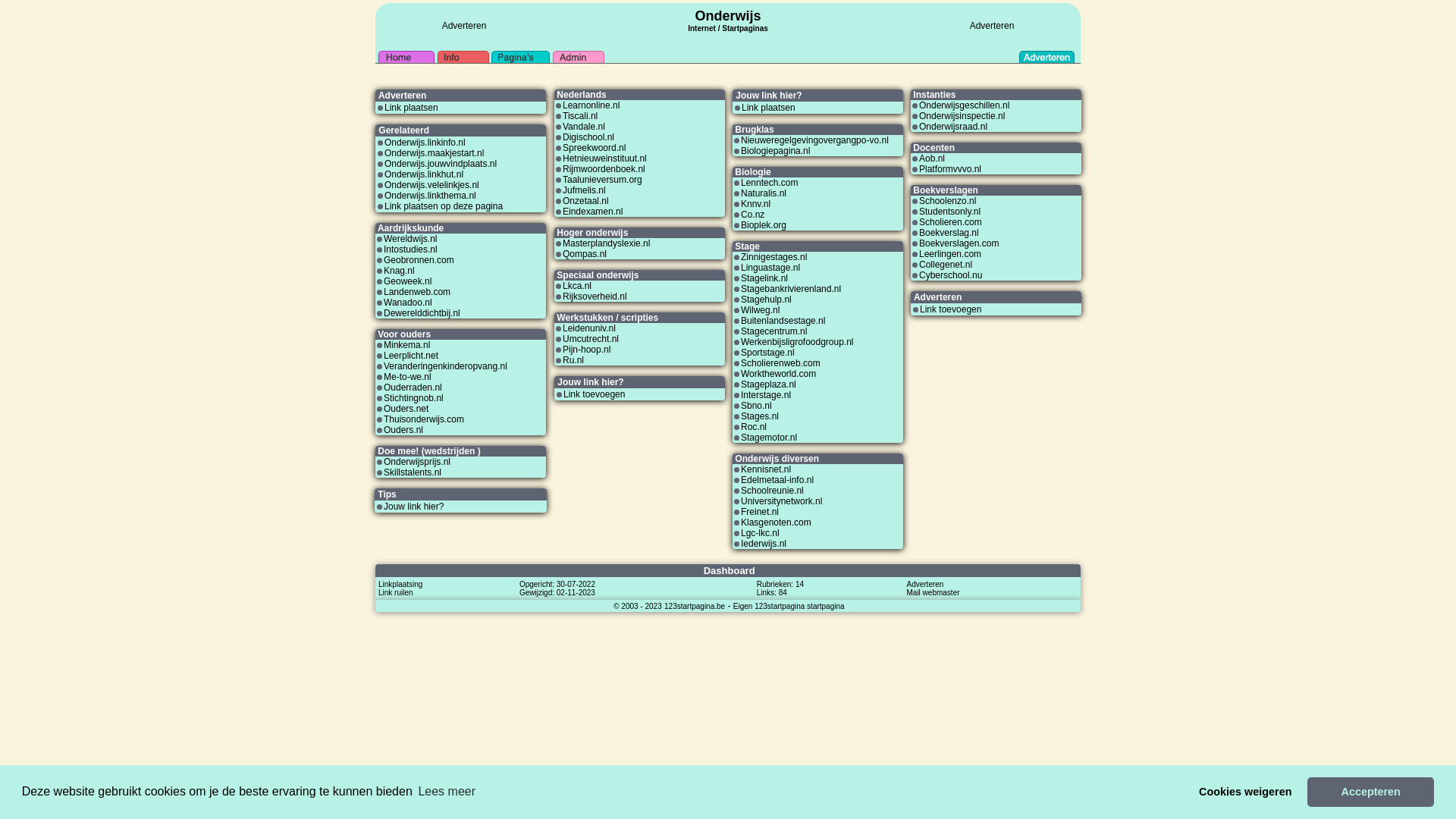 This screenshot has height=819, width=1456. Describe the element at coordinates (760, 416) in the screenshot. I see `'Stages.nl'` at that location.